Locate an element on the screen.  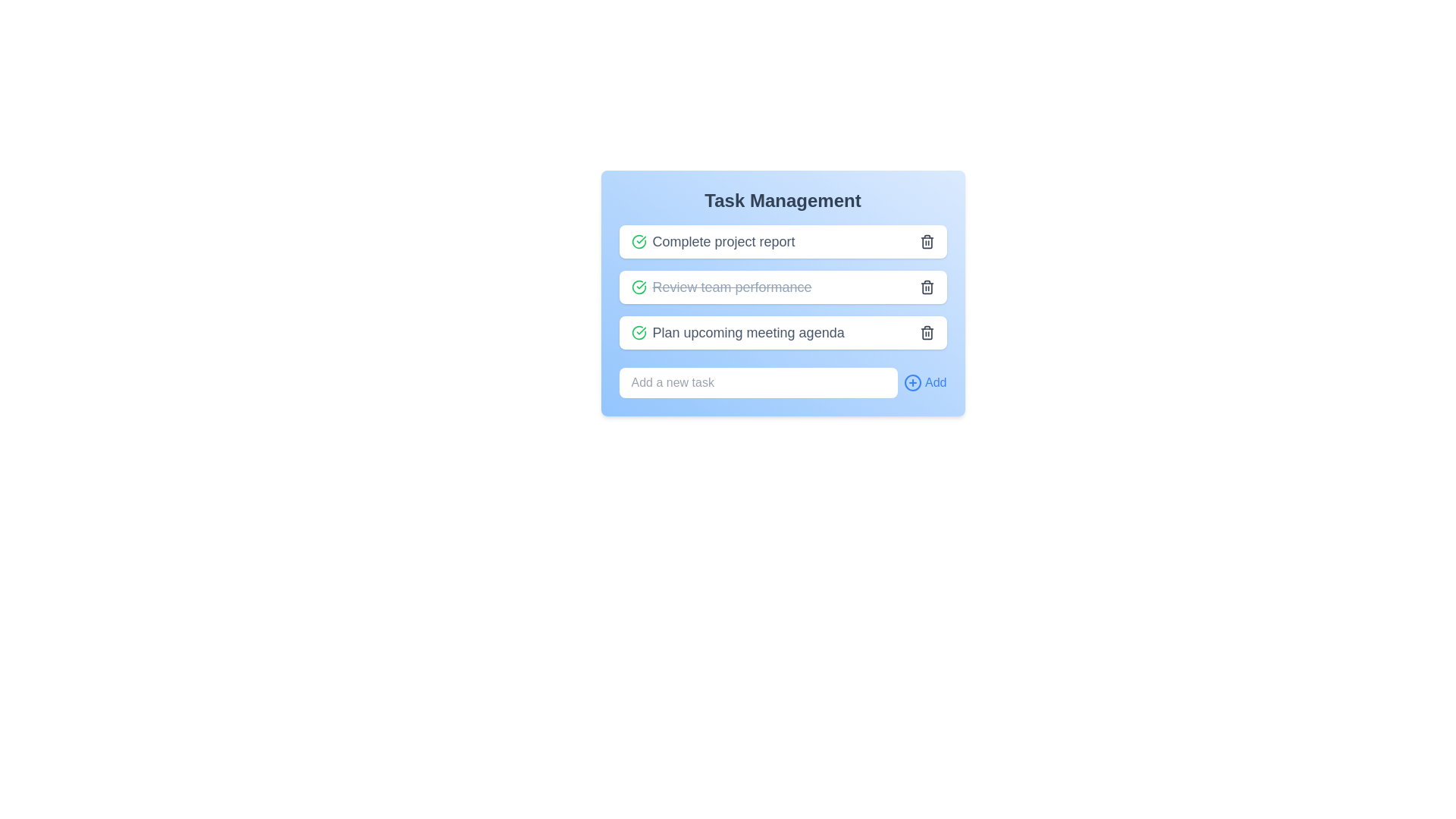
the trash can icon for deletion operations in the 'Complete project report' task row is located at coordinates (926, 241).